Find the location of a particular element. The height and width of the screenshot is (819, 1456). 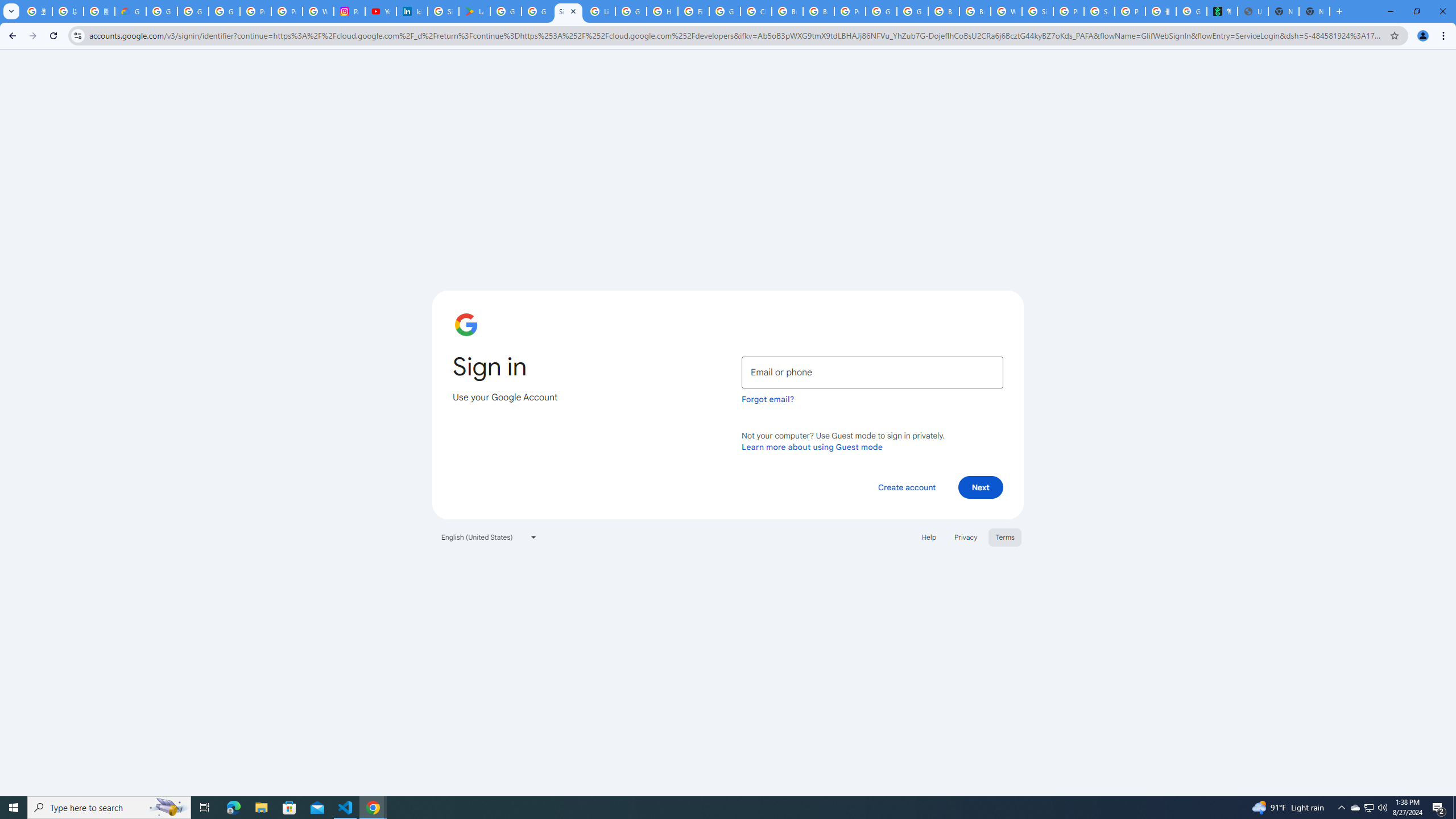

'Help' is located at coordinates (928, 536).